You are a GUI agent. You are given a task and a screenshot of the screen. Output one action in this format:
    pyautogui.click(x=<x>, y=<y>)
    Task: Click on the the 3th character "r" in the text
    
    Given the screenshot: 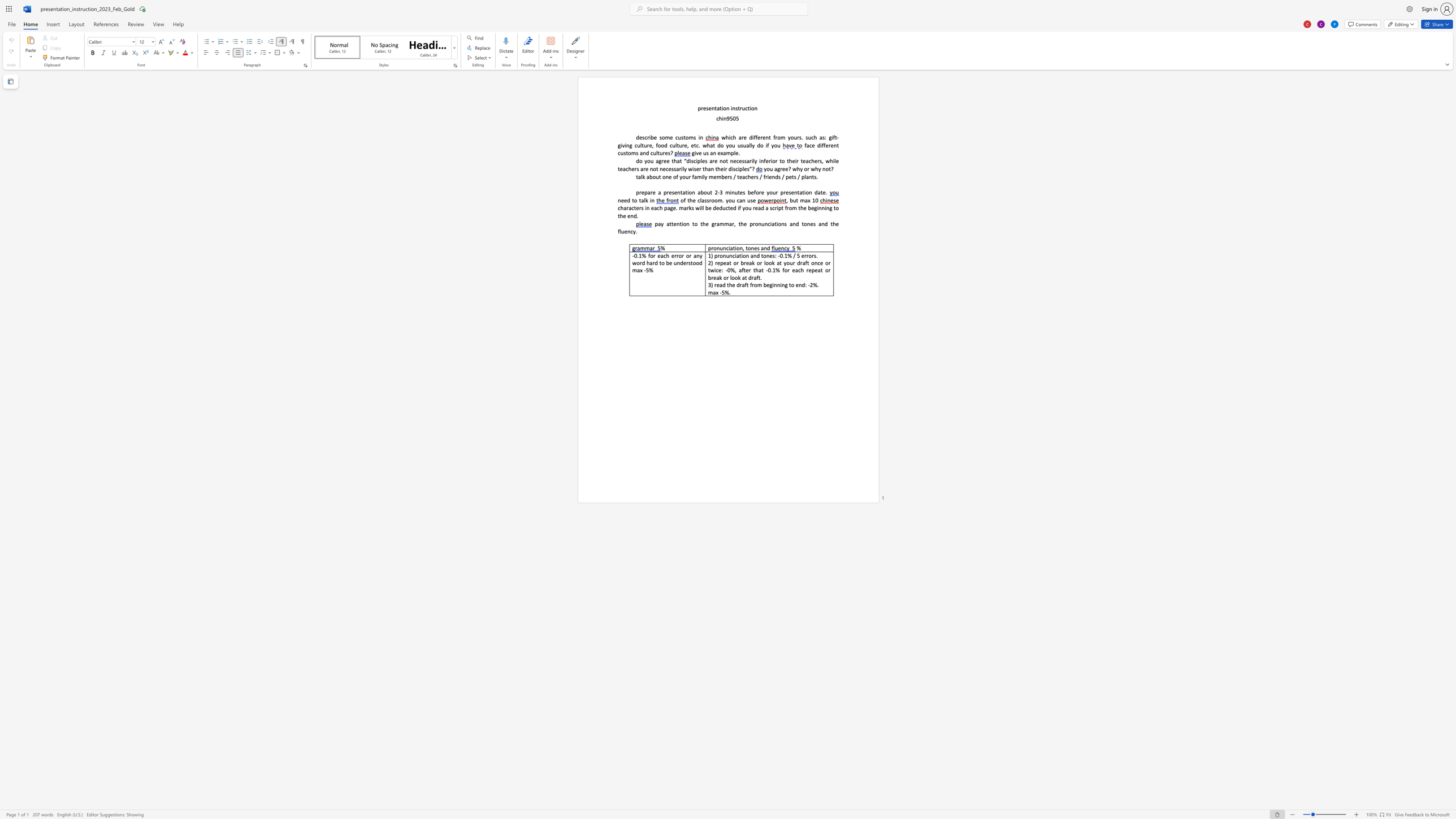 What is the action you would take?
    pyautogui.click(x=754, y=223)
    